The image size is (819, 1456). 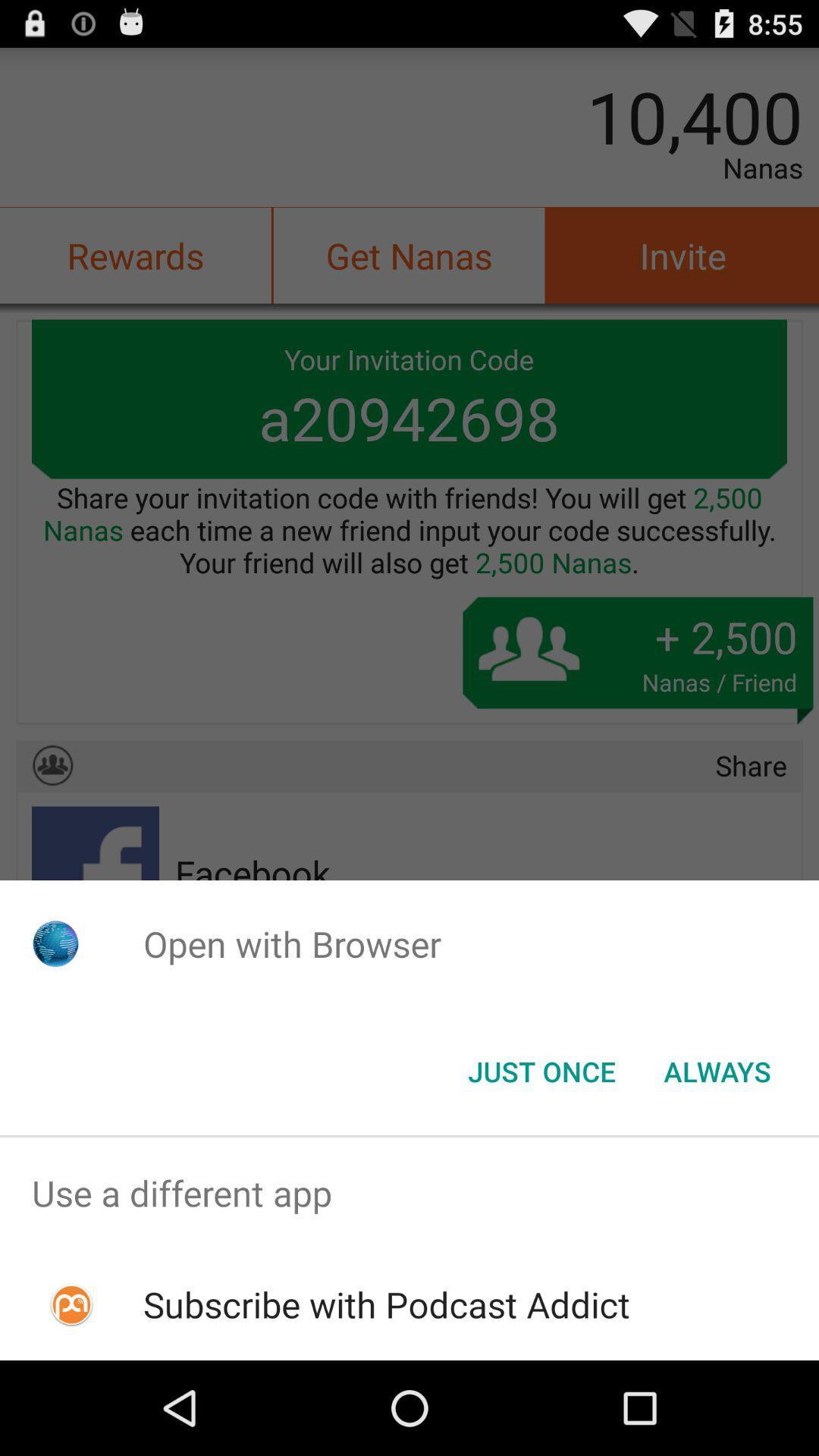 I want to click on the button to the right of just once item, so click(x=717, y=1070).